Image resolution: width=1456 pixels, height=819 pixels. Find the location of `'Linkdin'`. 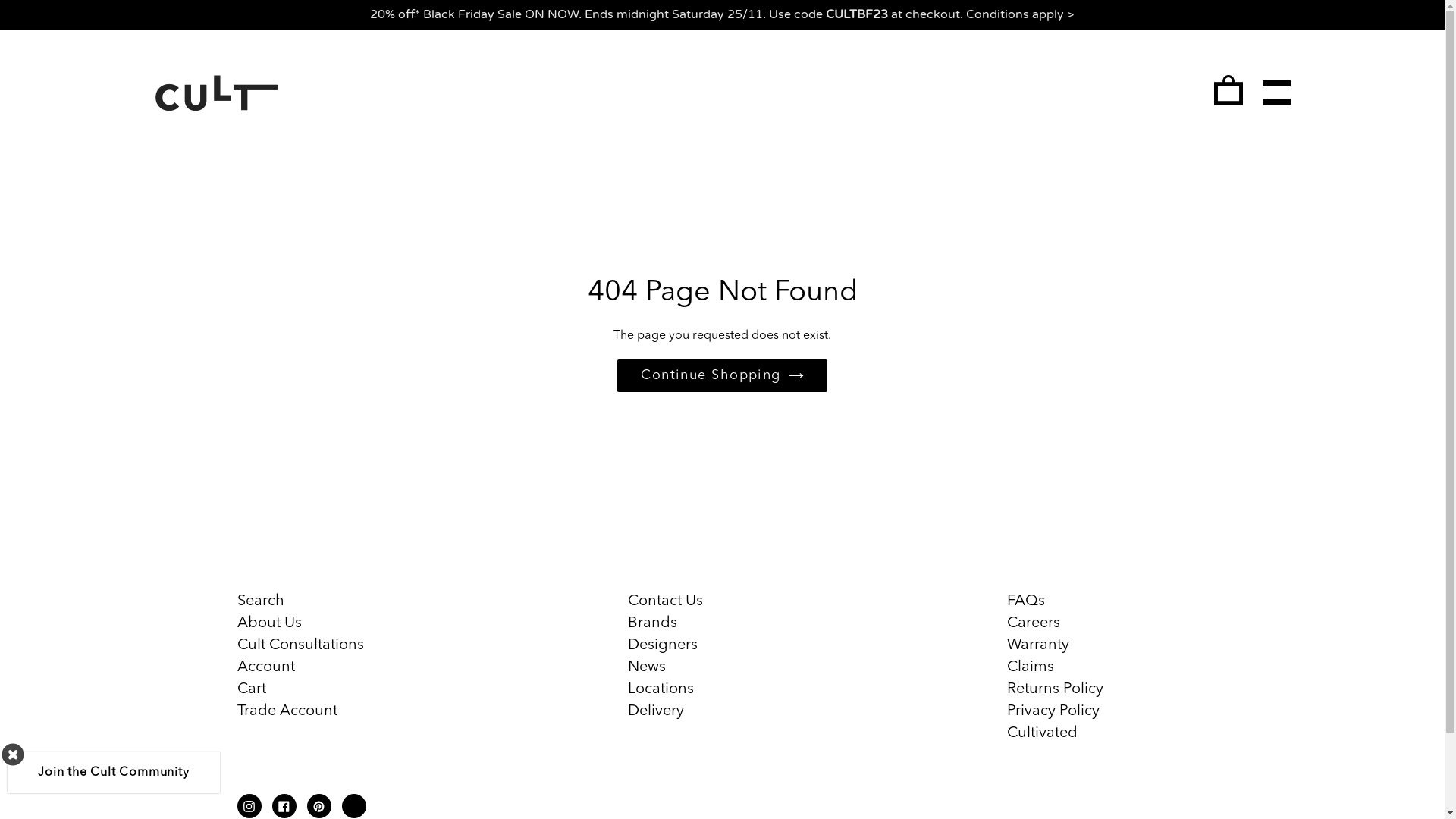

'Linkdin' is located at coordinates (352, 805).